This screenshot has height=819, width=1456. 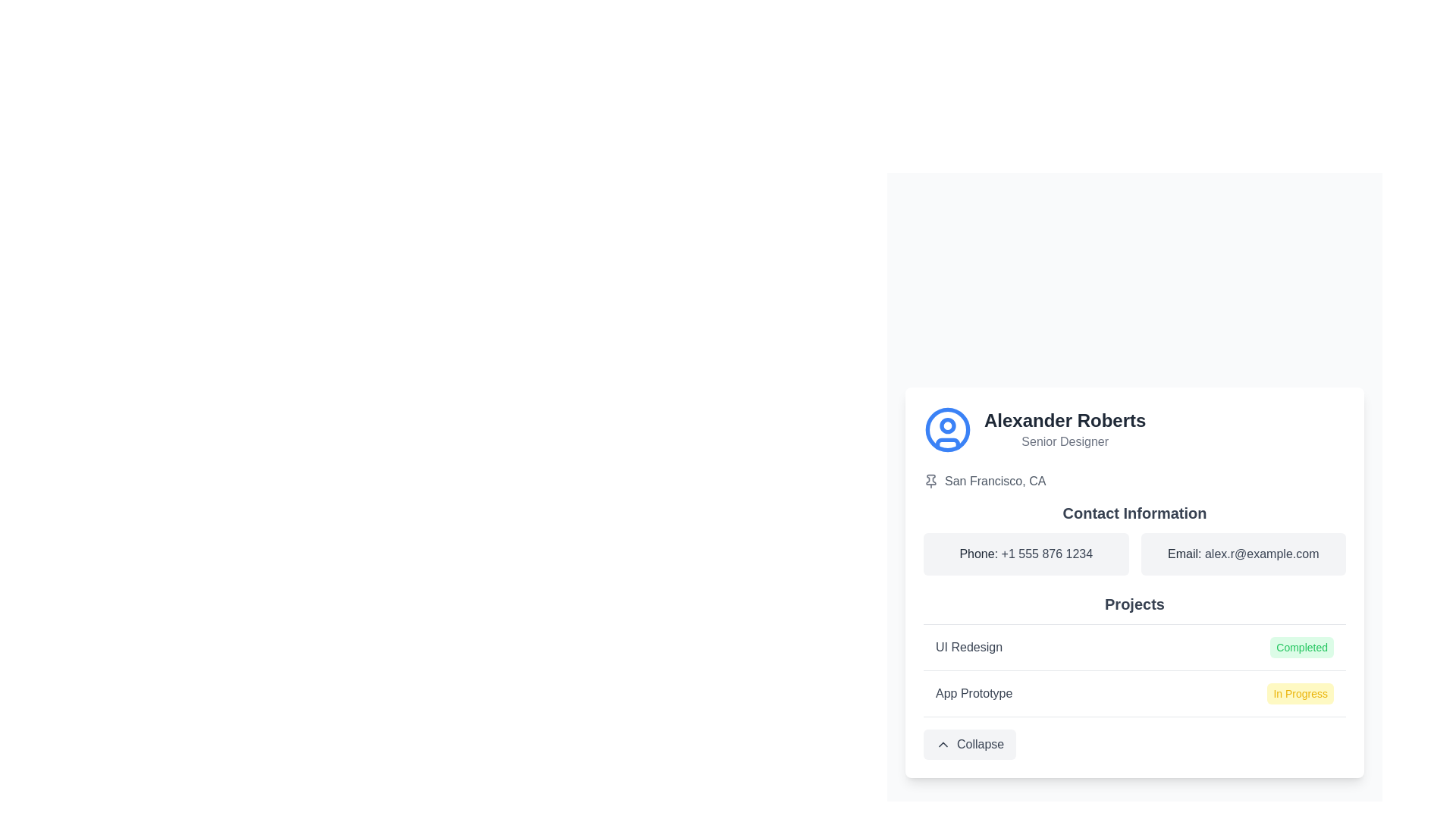 What do you see at coordinates (980, 553) in the screenshot?
I see `the Text label that describes the phone number, which is positioned to the left of the phone number '+1 555 876 1234' within the contact information card` at bounding box center [980, 553].